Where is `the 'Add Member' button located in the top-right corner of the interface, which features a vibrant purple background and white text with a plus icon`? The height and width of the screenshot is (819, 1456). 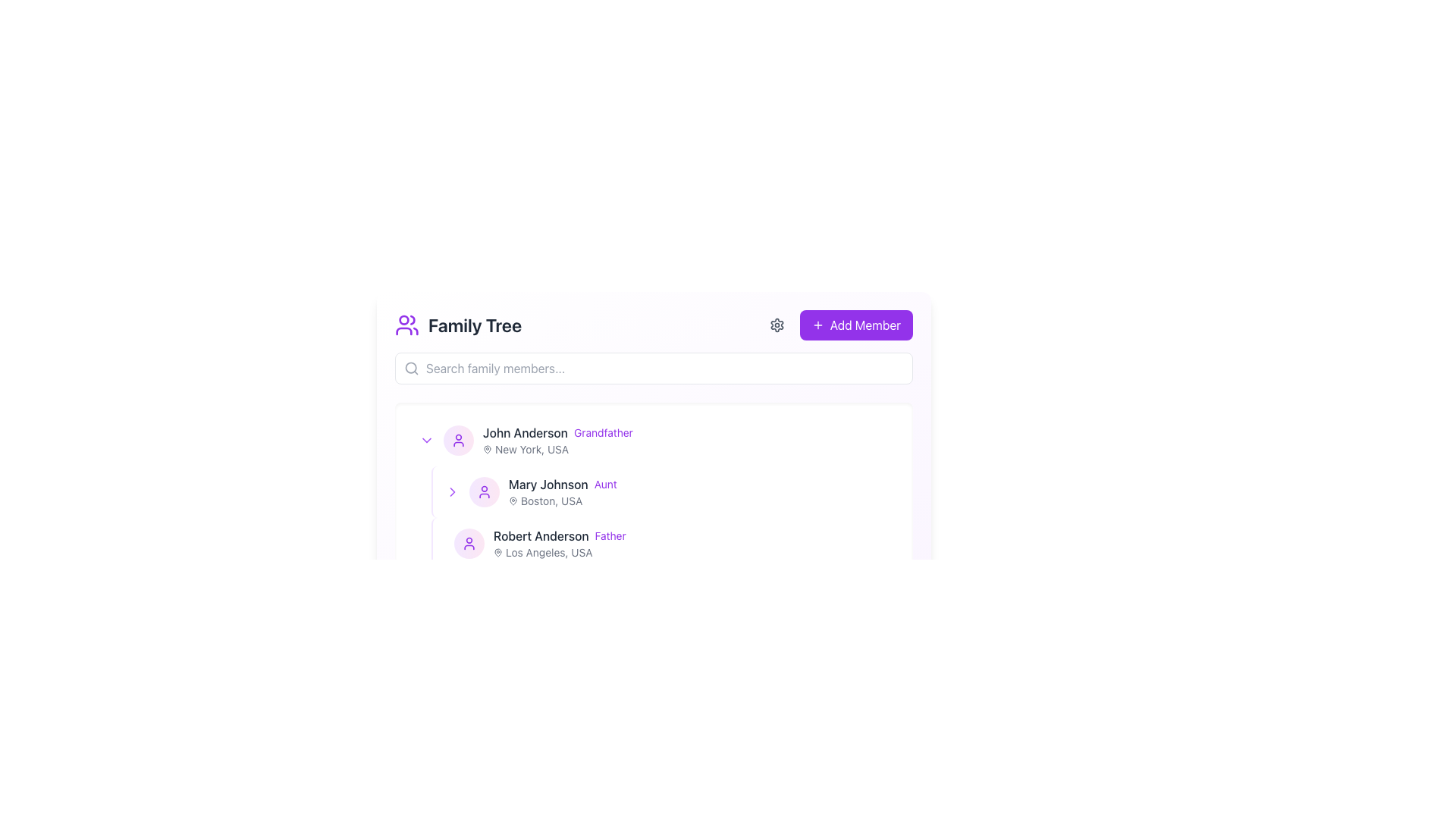 the 'Add Member' button located in the top-right corner of the interface, which features a vibrant purple background and white text with a plus icon is located at coordinates (856, 324).